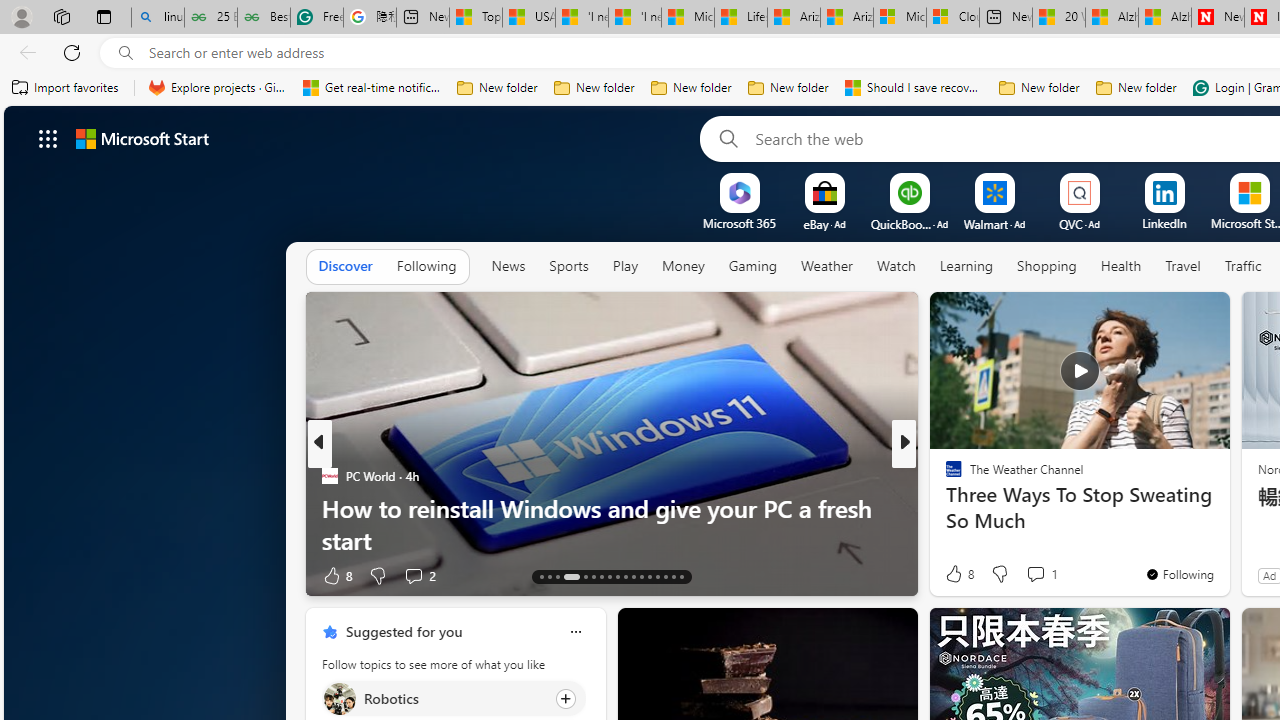  I want to click on 'Shopping', so click(1046, 266).